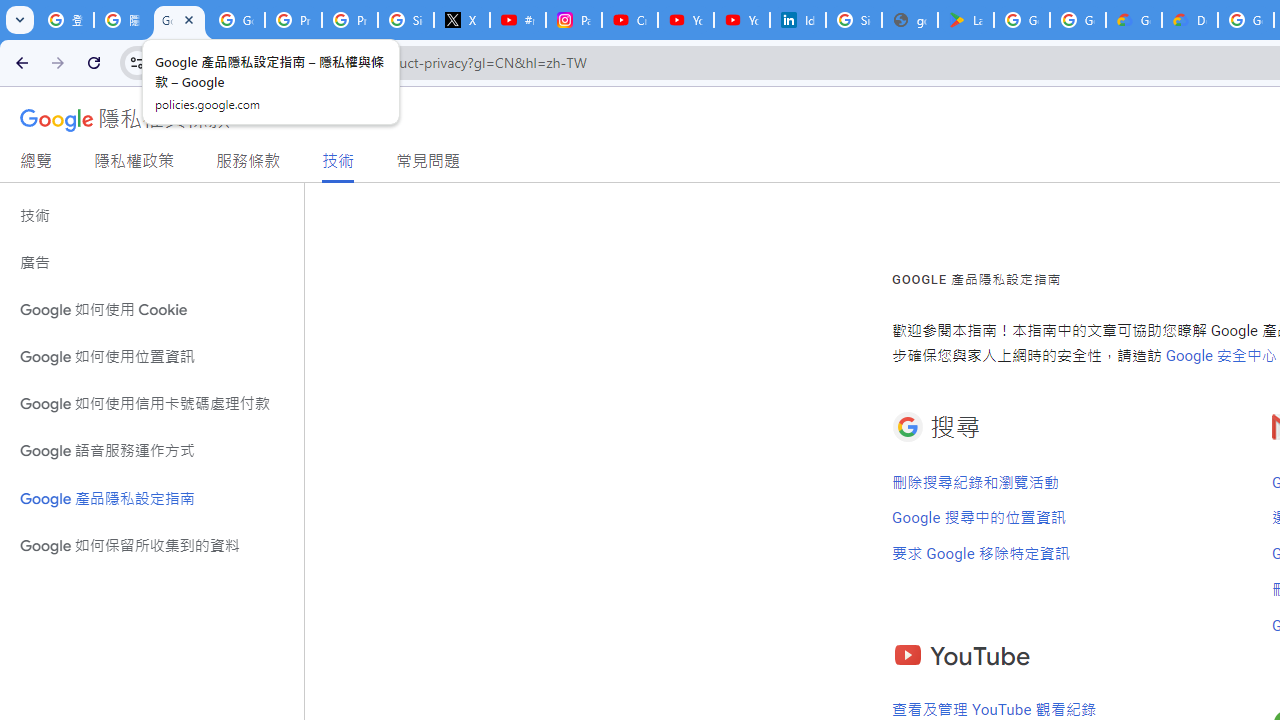 The height and width of the screenshot is (720, 1280). Describe the element at coordinates (350, 20) in the screenshot. I see `'Privacy Help Center - Policies Help'` at that location.